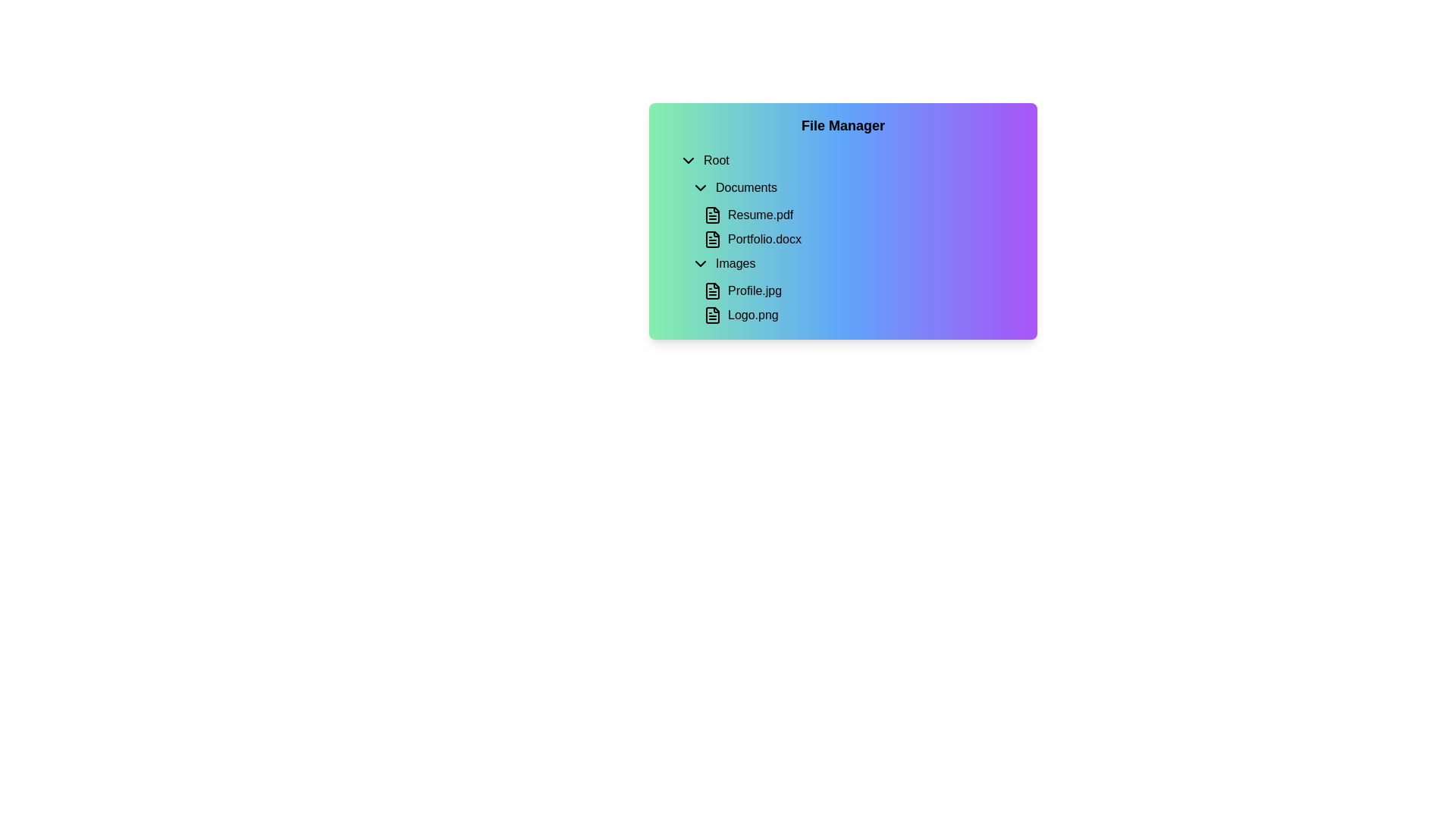 This screenshot has width=1456, height=819. What do you see at coordinates (855, 187) in the screenshot?
I see `the collapsible folder button located directly below the 'Root' folder` at bounding box center [855, 187].